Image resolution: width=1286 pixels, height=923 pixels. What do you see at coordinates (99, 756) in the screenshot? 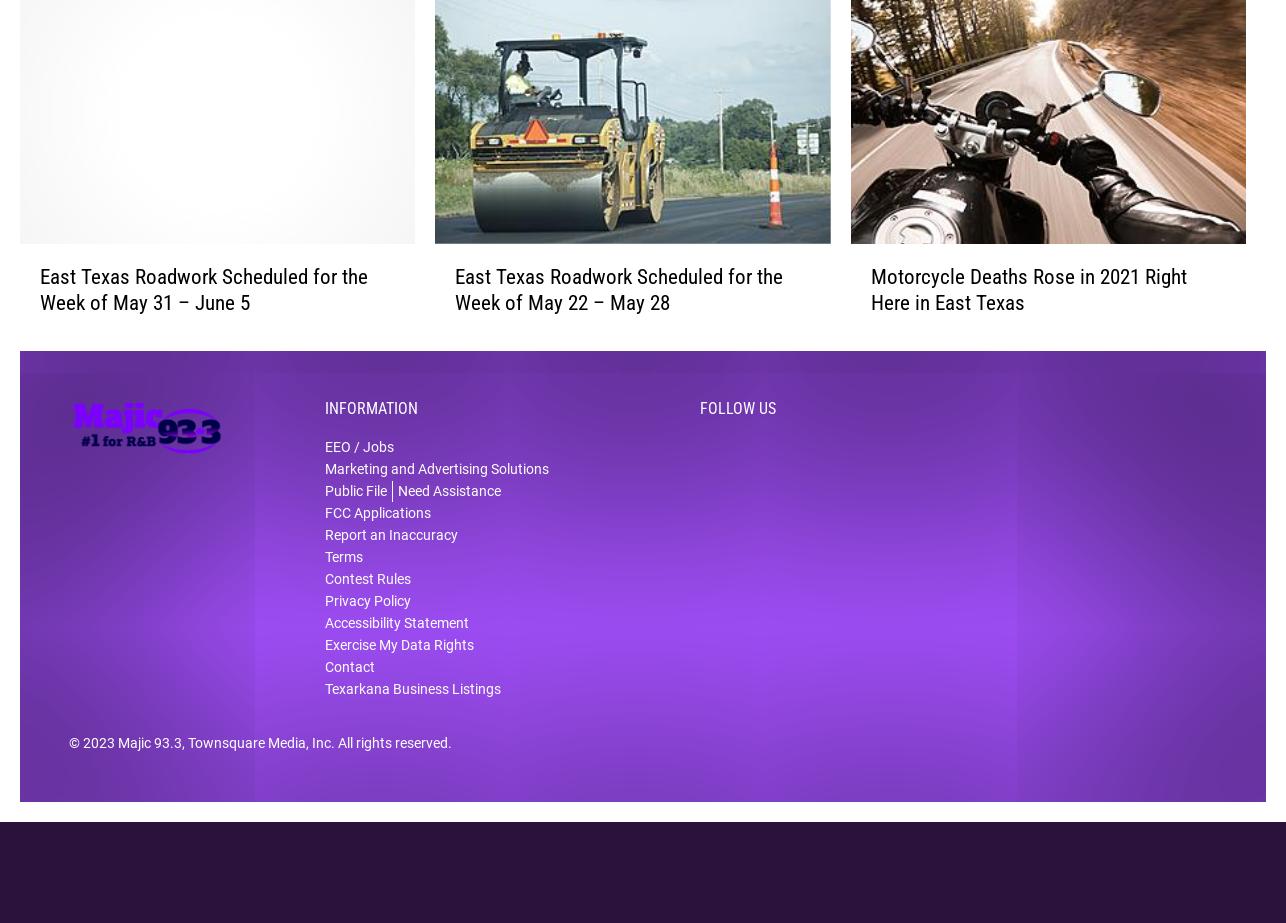
I see `'2023'` at bounding box center [99, 756].